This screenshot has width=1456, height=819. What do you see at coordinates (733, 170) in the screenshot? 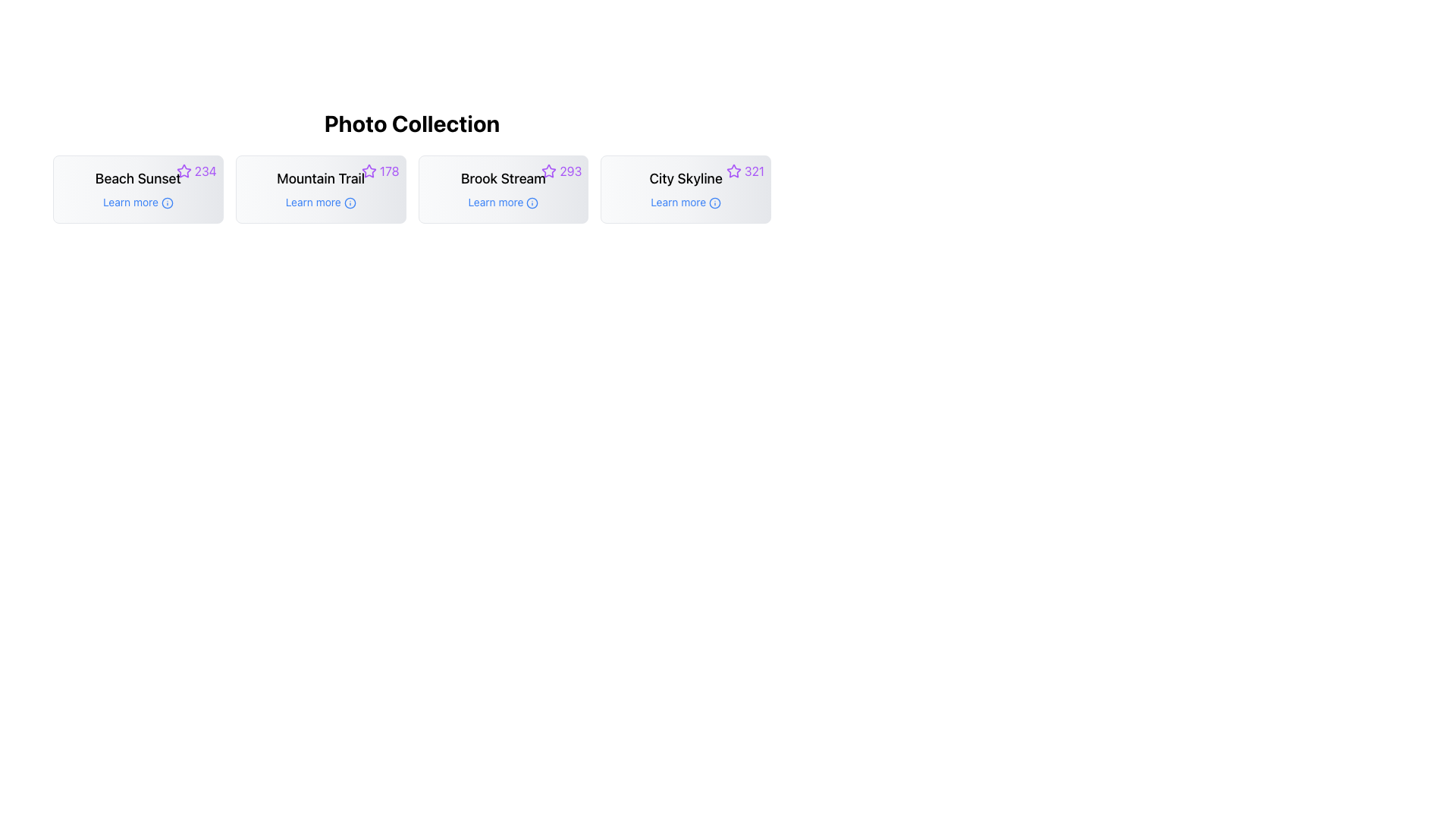
I see `the star icon in the top-right corner of the 'City Skyline' photo collection to provide a rating` at bounding box center [733, 170].